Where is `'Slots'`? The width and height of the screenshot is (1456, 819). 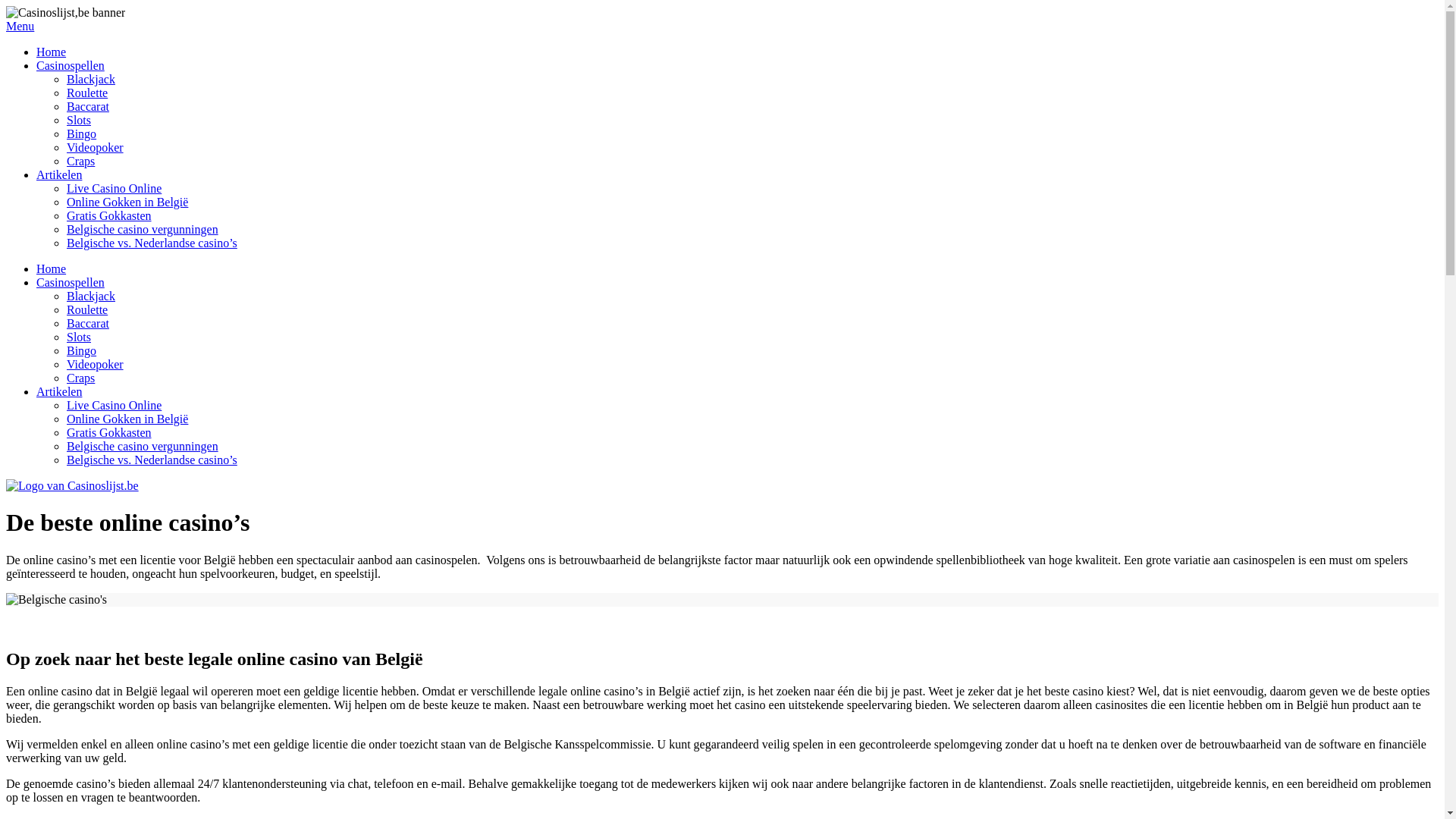
'Slots' is located at coordinates (78, 119).